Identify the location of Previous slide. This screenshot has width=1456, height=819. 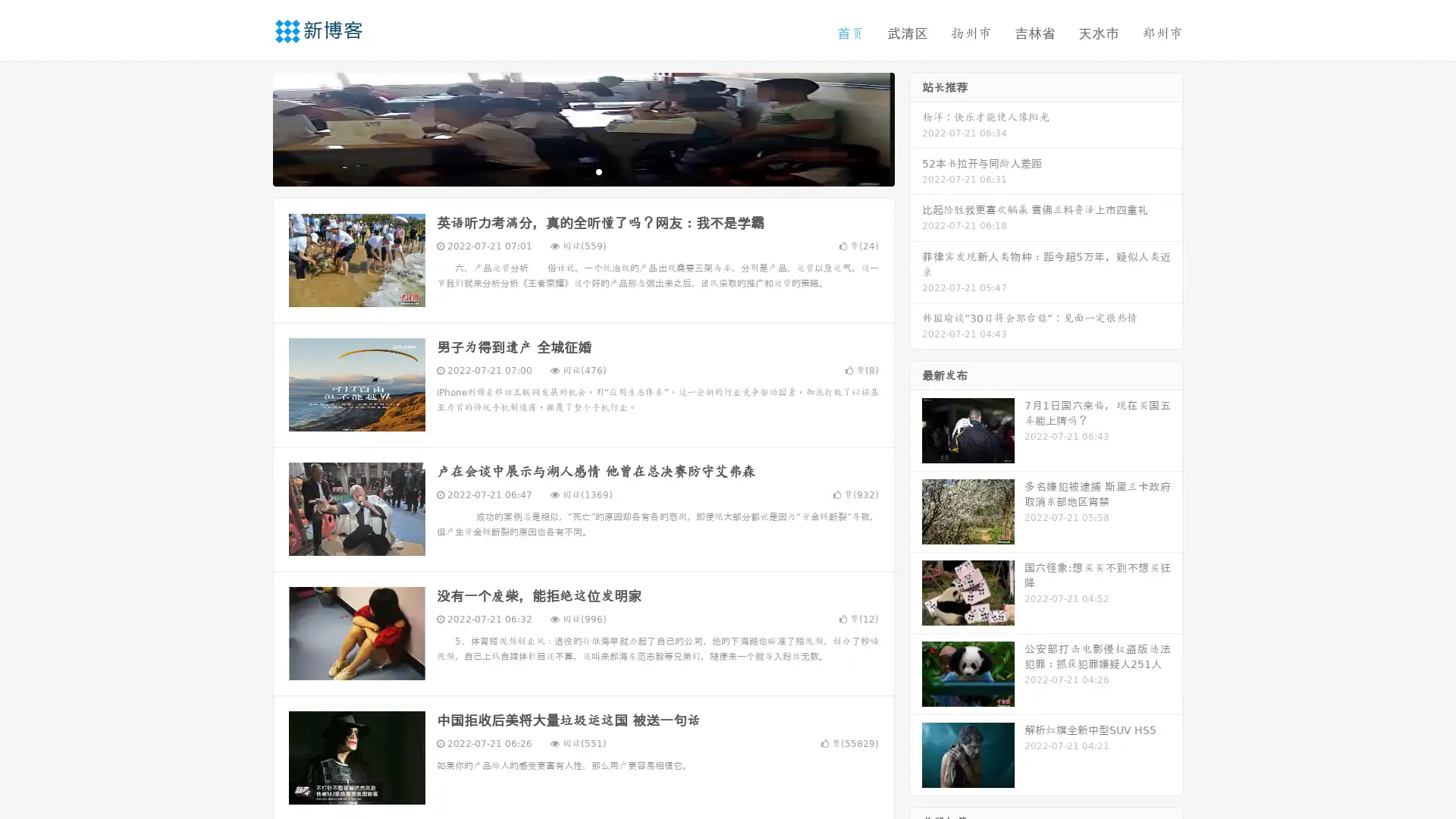
(250, 127).